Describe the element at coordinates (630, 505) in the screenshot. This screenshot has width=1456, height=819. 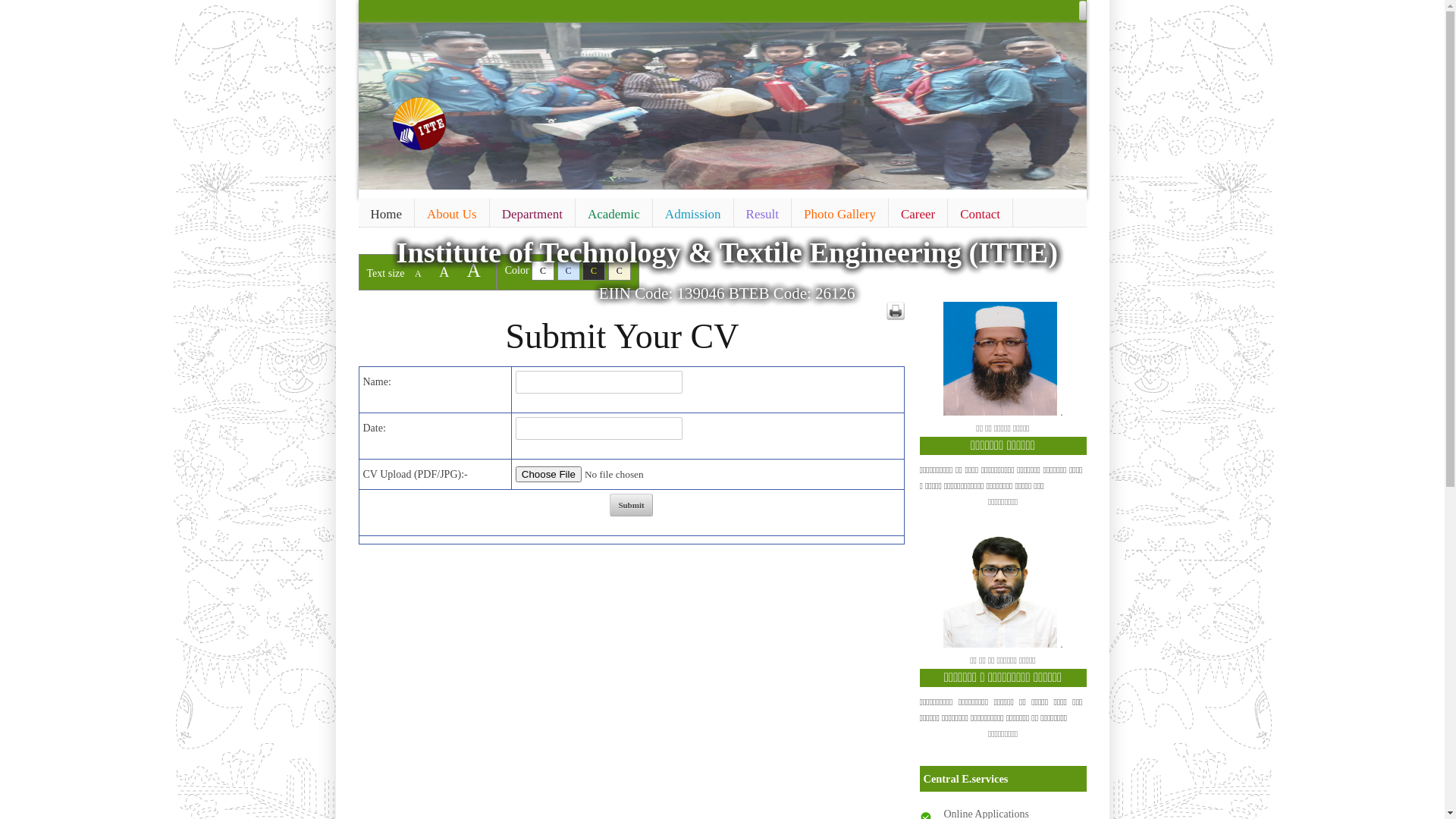
I see `'Submit'` at that location.